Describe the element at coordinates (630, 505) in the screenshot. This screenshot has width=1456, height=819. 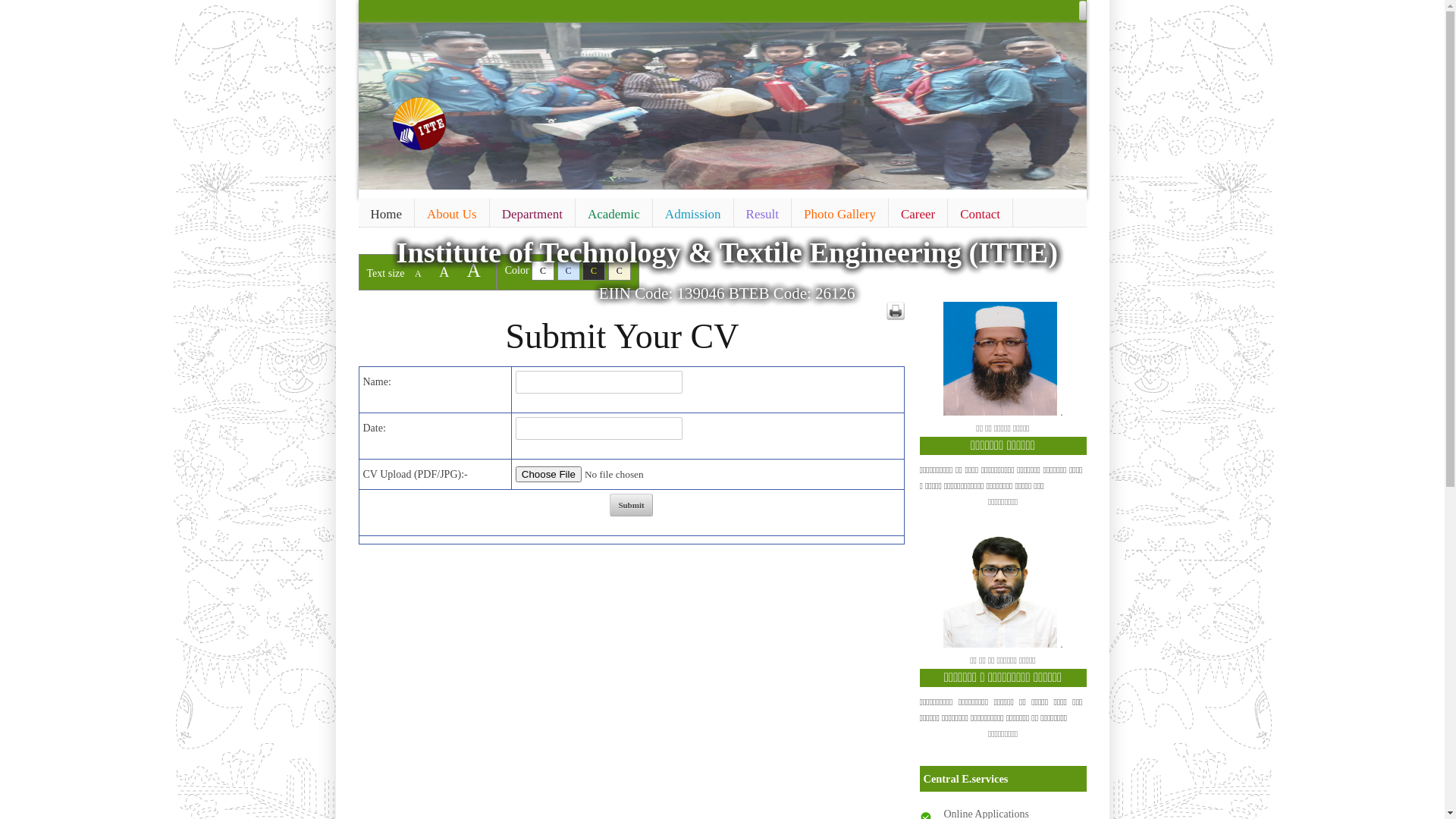
I see `'Submit'` at that location.